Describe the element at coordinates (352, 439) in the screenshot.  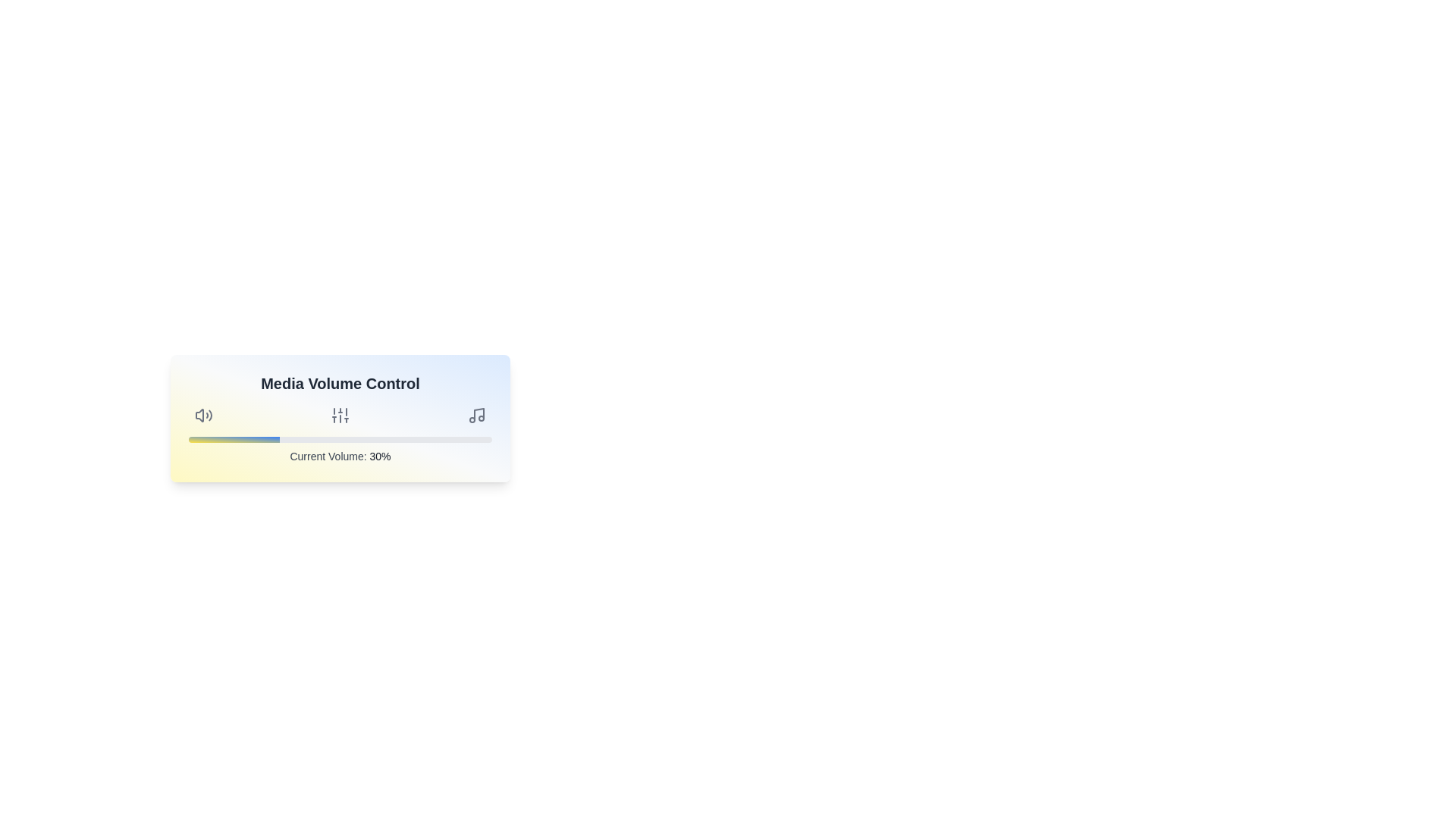
I see `the volume` at that location.